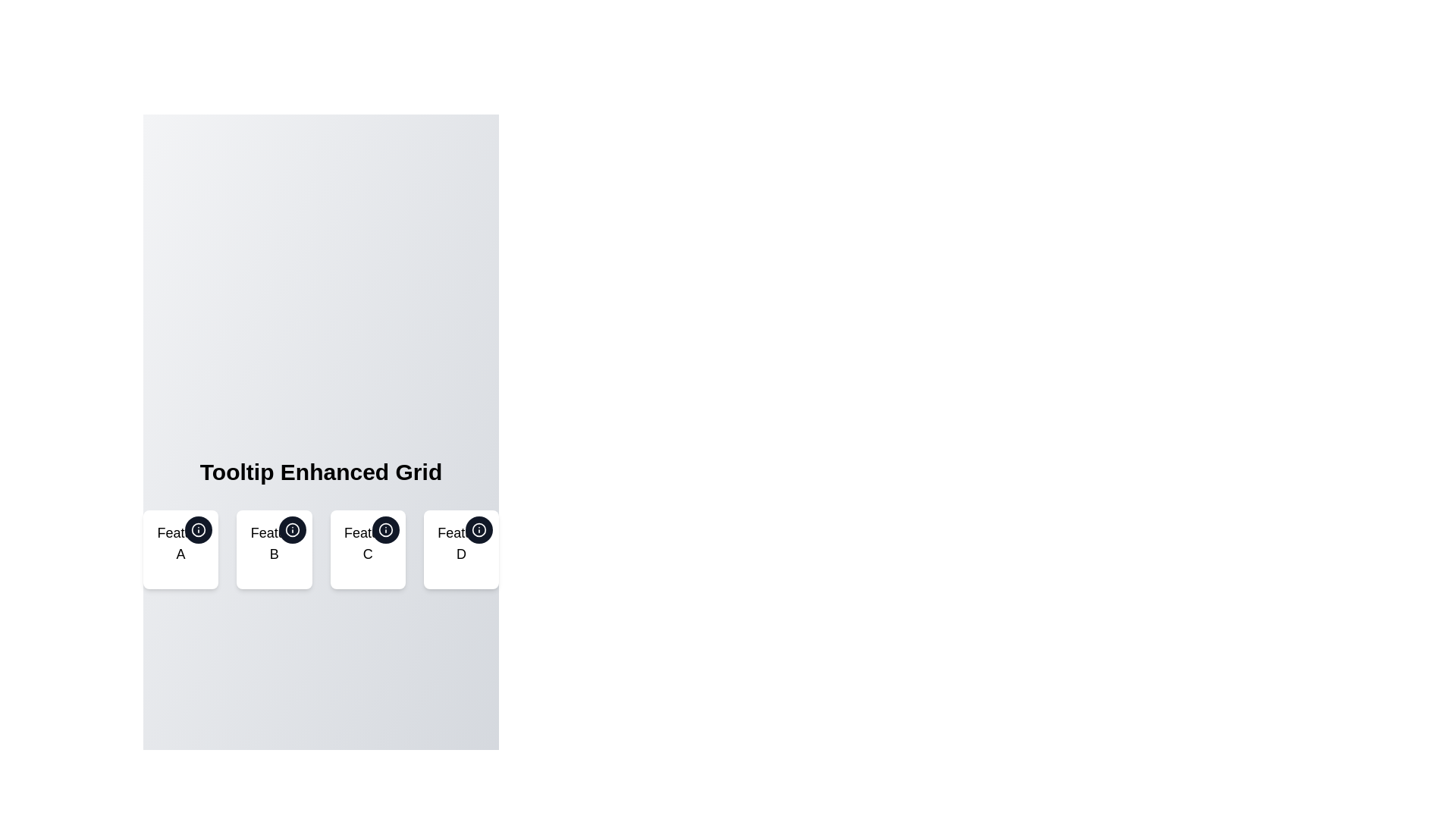  What do you see at coordinates (368, 550) in the screenshot?
I see `the tooltip icon located at the top-right corner of the 'Feature C' card, which is a circular dark-gray button with an 'i' icon, to get more details` at bounding box center [368, 550].